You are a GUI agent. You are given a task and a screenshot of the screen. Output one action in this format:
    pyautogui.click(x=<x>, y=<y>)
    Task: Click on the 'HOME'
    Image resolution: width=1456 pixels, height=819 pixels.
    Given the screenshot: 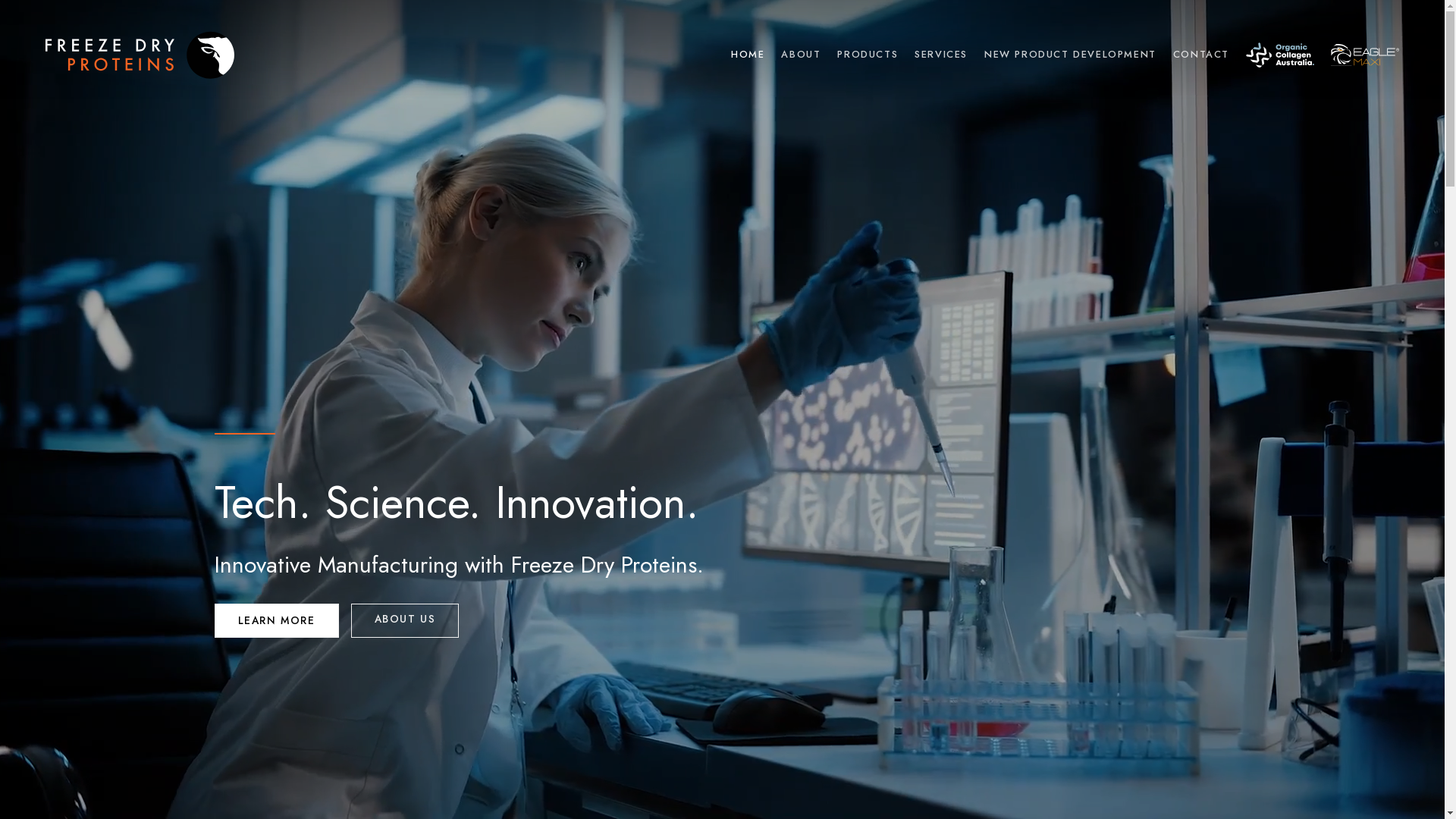 What is the action you would take?
    pyautogui.click(x=747, y=54)
    